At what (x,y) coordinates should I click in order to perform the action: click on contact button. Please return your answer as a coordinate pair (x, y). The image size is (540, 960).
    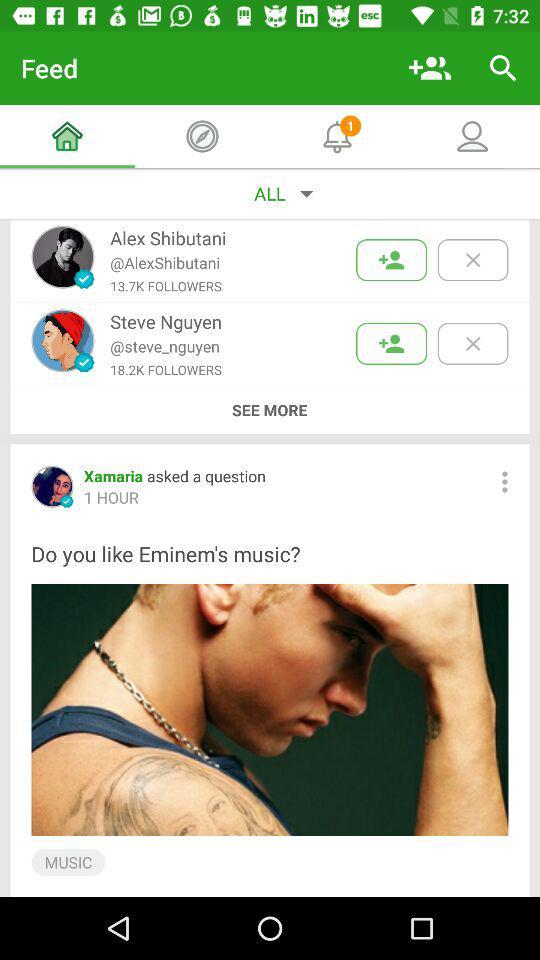
    Looking at the image, I should click on (391, 259).